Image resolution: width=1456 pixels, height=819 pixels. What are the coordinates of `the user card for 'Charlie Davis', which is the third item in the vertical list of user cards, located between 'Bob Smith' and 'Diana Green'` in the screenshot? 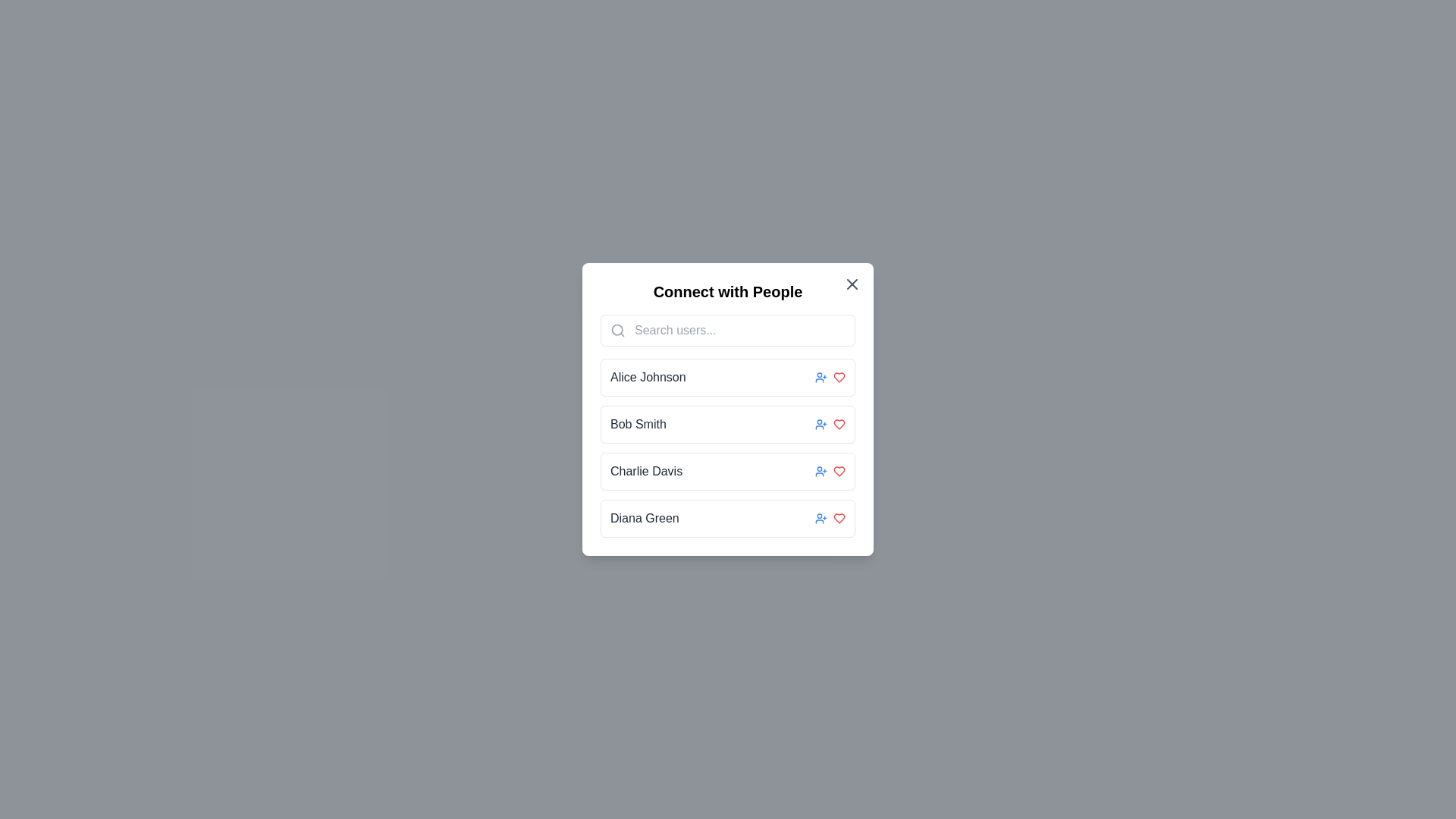 It's located at (728, 470).